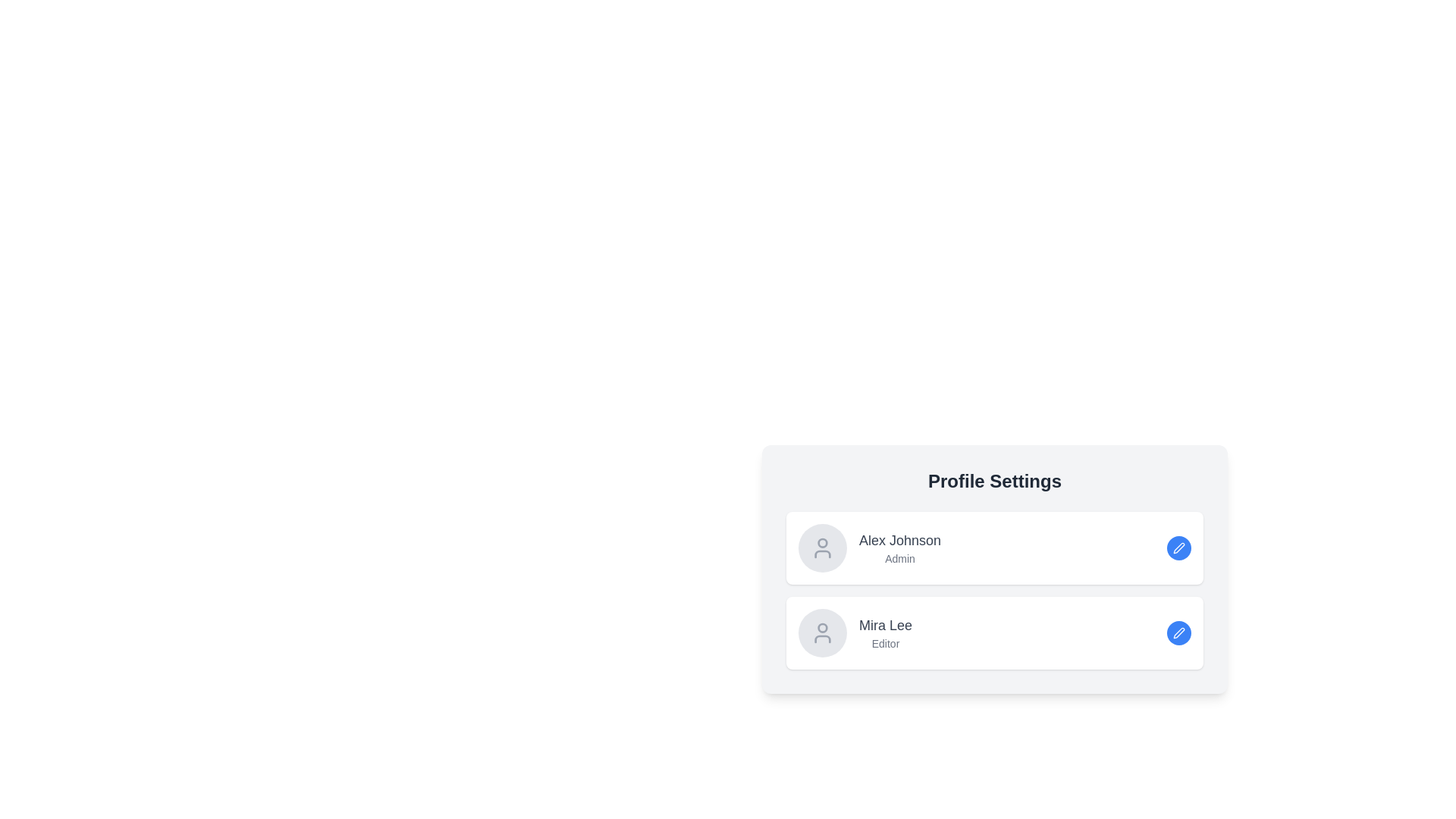 The image size is (1456, 819). I want to click on the text label displaying 'Admin' in light gray font, positioned below the name 'Alex Johnson' in the user profiles list, so click(899, 558).